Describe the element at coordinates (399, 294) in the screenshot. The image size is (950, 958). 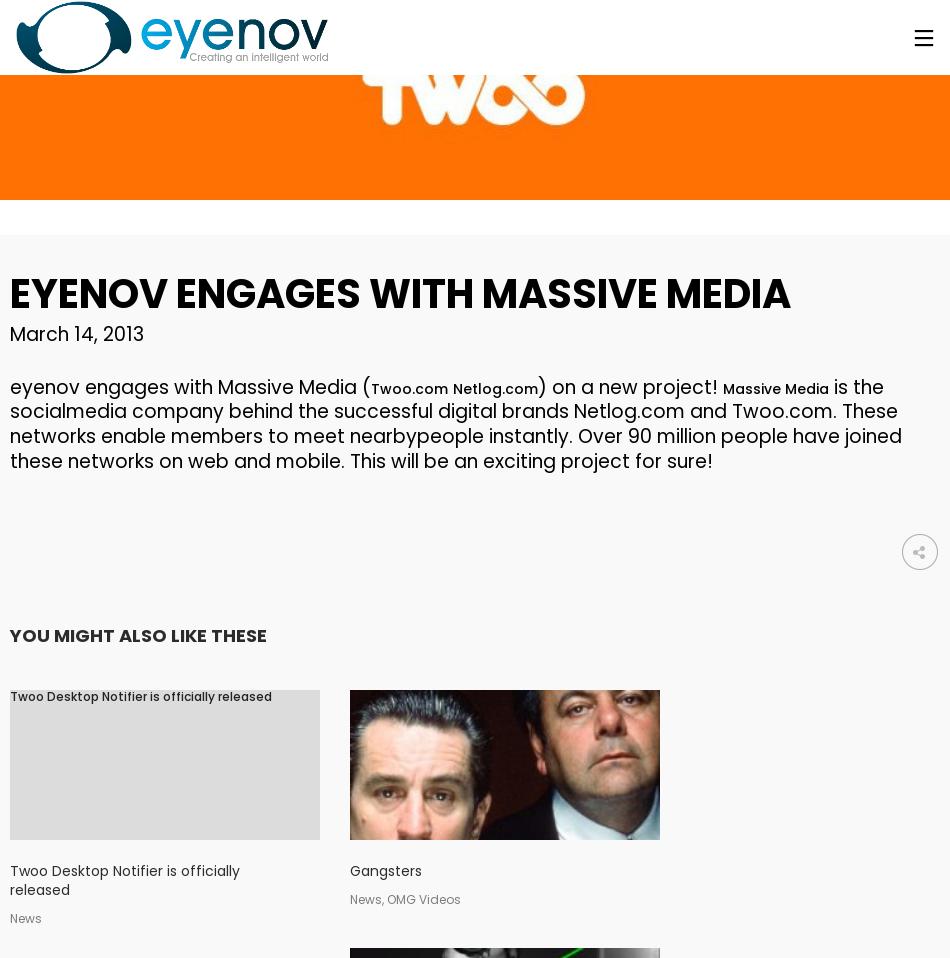
I see `'eyenov engages with Massive Media'` at that location.